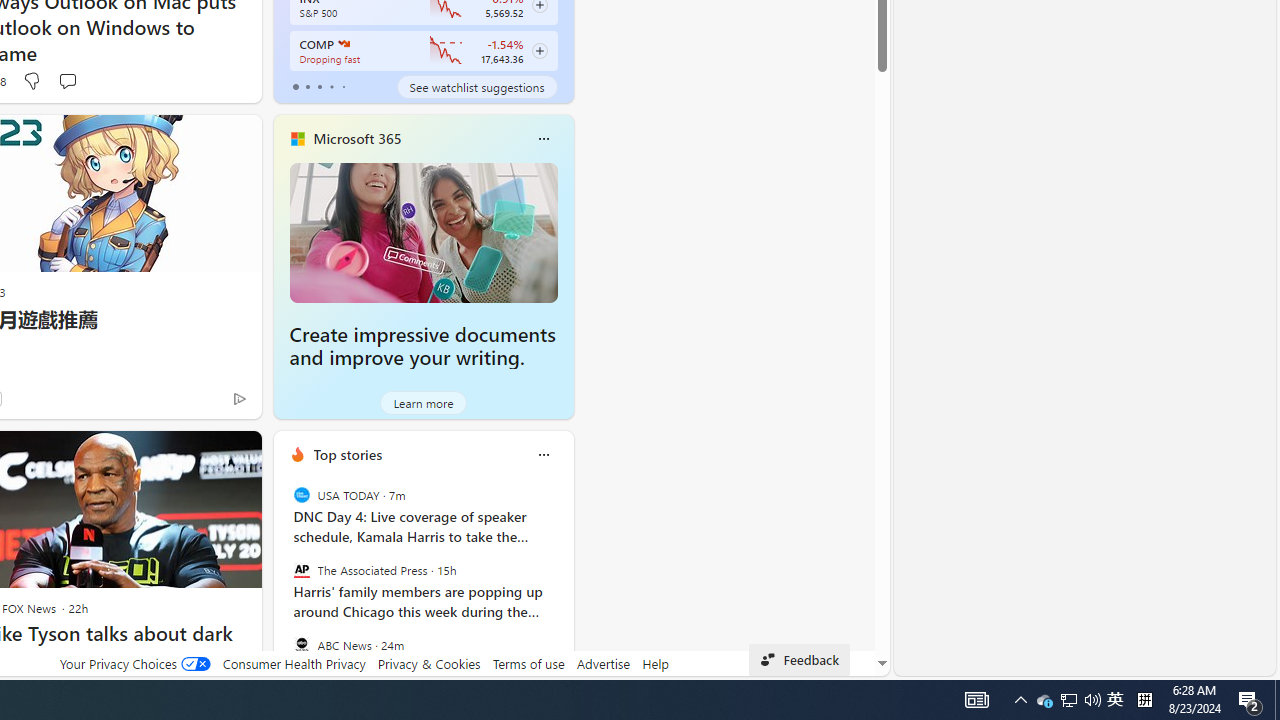  I want to click on 'Help', so click(656, 663).